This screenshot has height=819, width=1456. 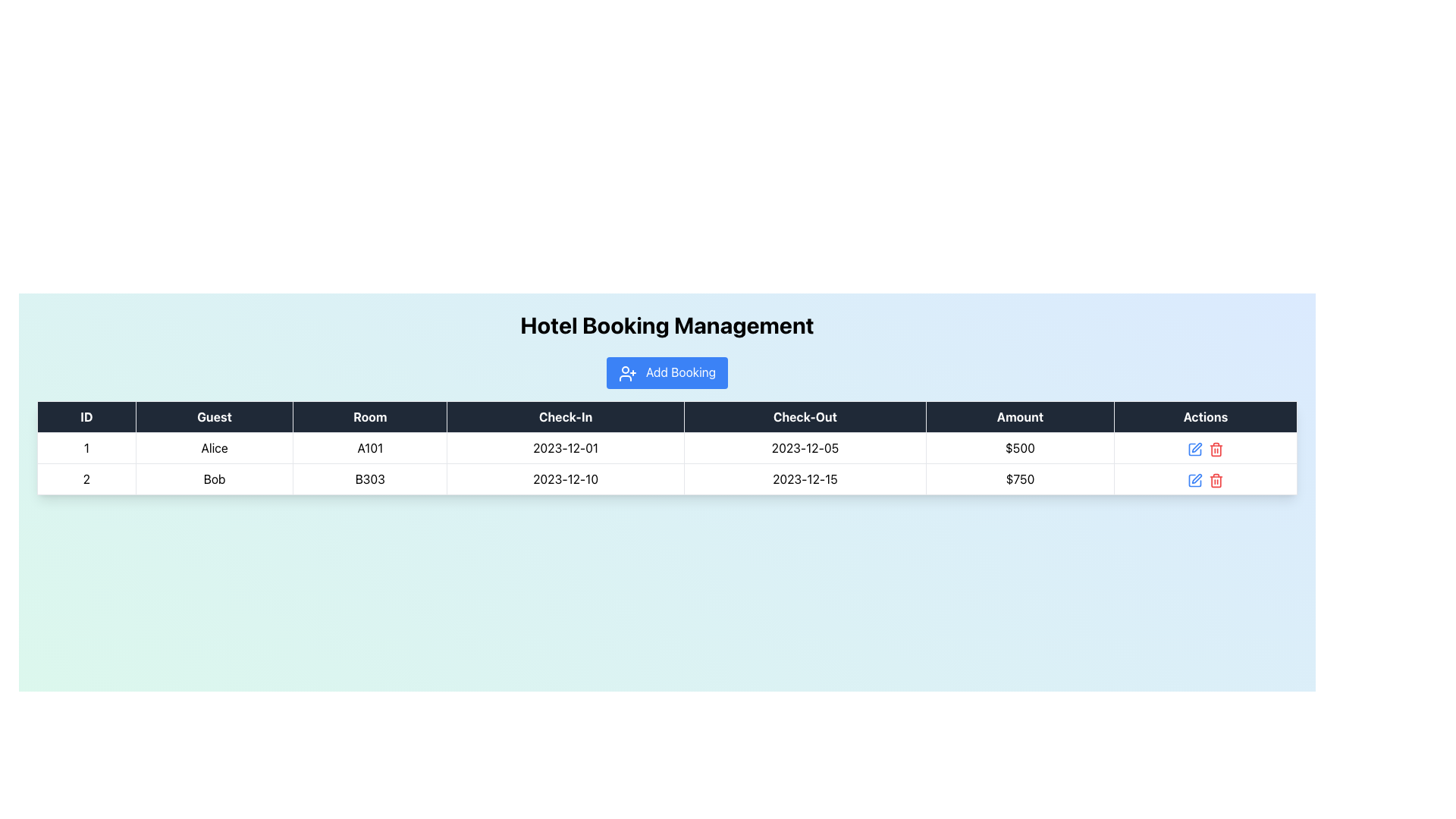 What do you see at coordinates (86, 447) in the screenshot?
I see `the first cell in the first row of the table under the 'ID' column, which displays the unique identifier for a record` at bounding box center [86, 447].